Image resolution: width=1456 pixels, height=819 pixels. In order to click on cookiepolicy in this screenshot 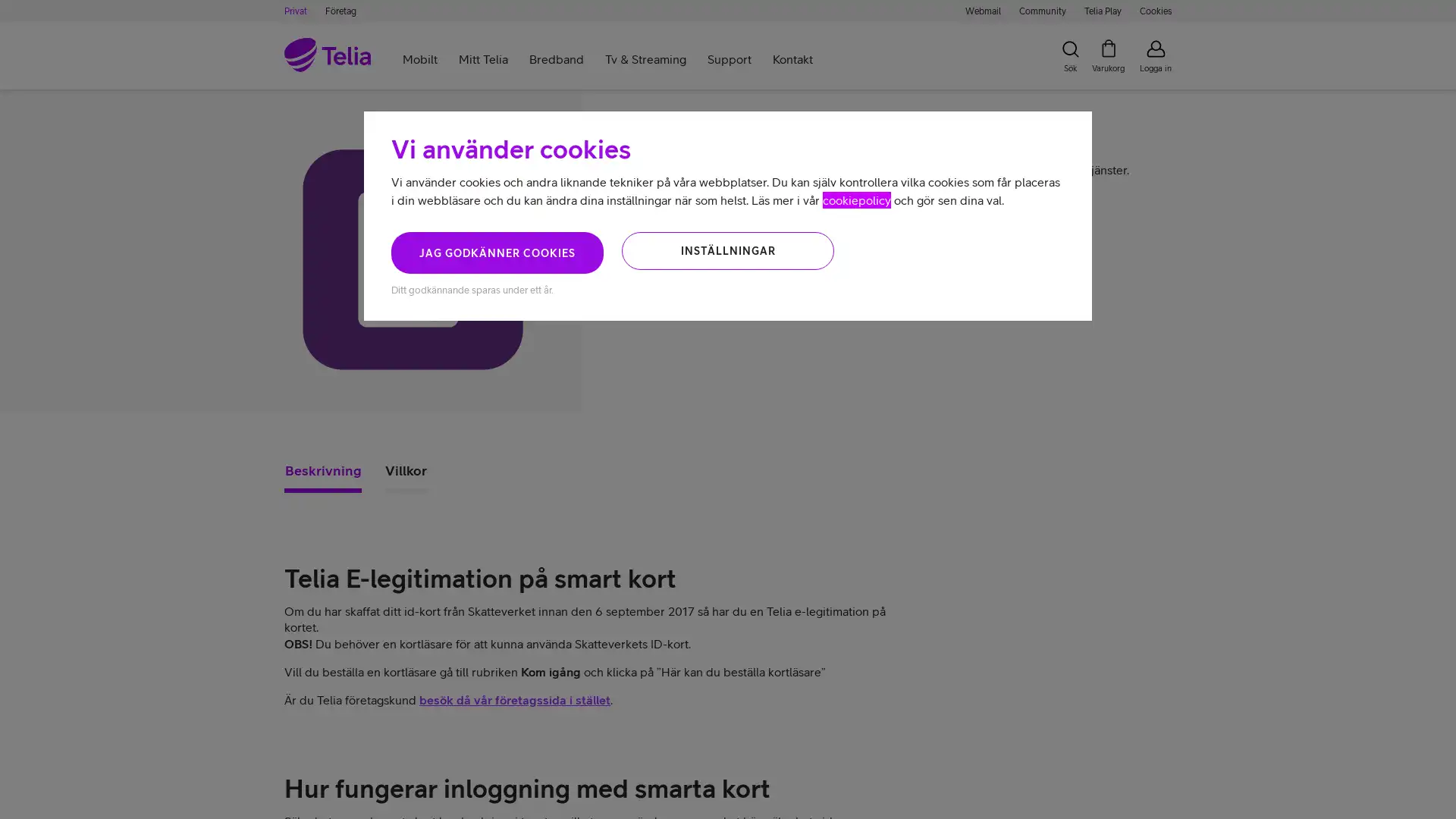, I will do `click(856, 199)`.